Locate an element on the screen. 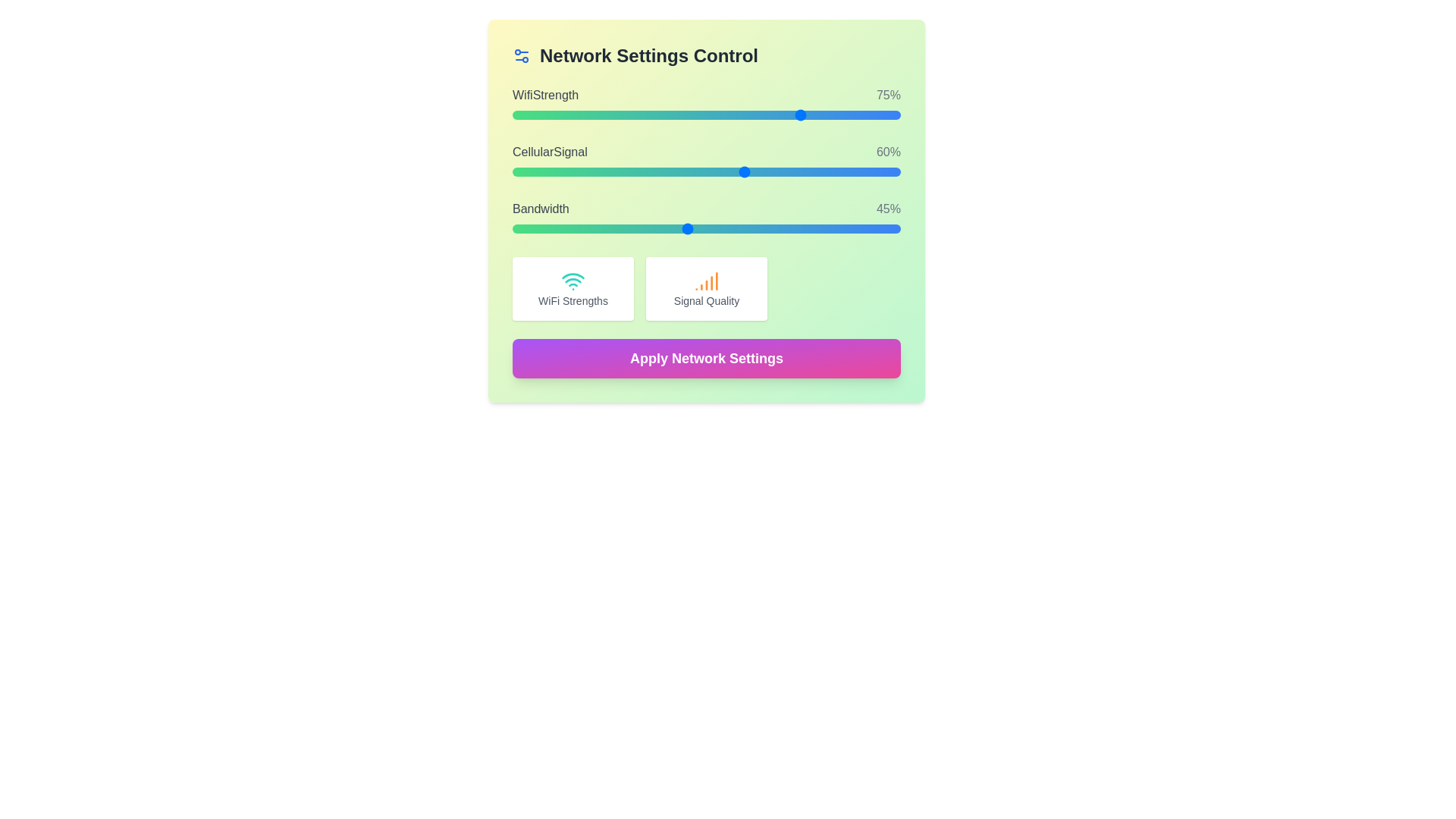 The height and width of the screenshot is (819, 1456). the bandwidth slider is located at coordinates (566, 228).